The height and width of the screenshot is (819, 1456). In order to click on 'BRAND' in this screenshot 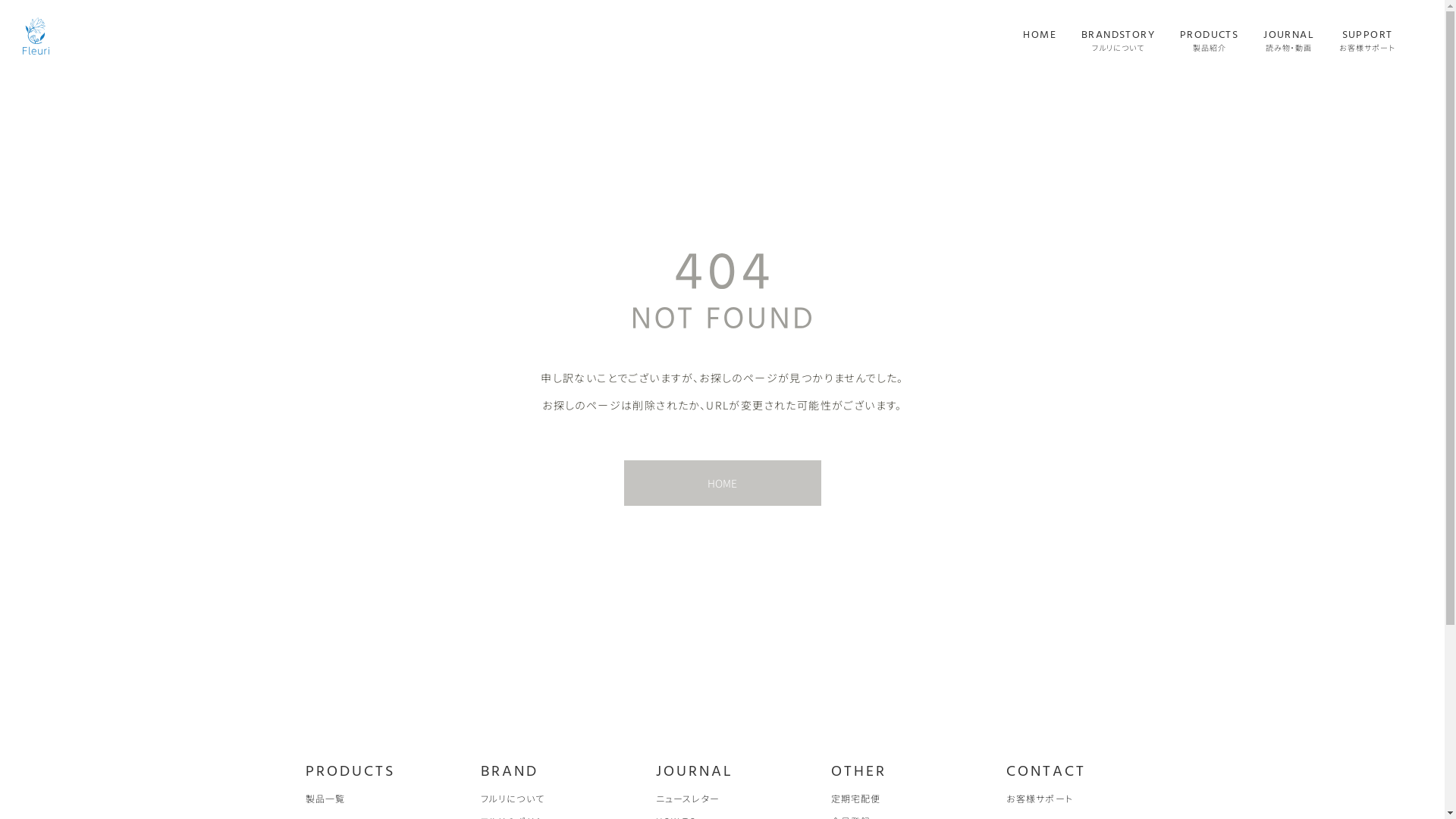, I will do `click(510, 772)`.